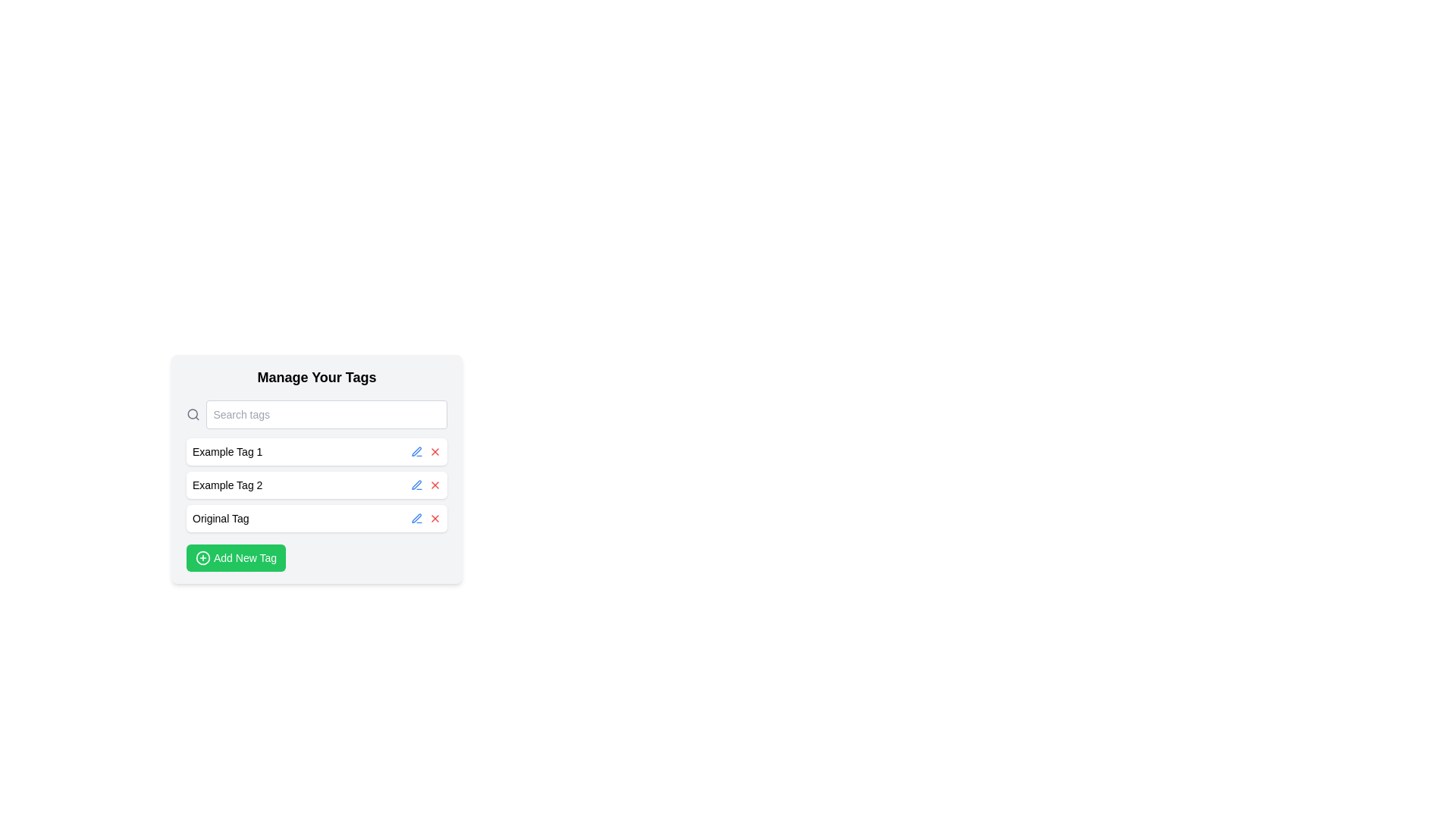  Describe the element at coordinates (235, 558) in the screenshot. I see `the button located at the bottom of the 'Manage Your Tags' panel` at that location.